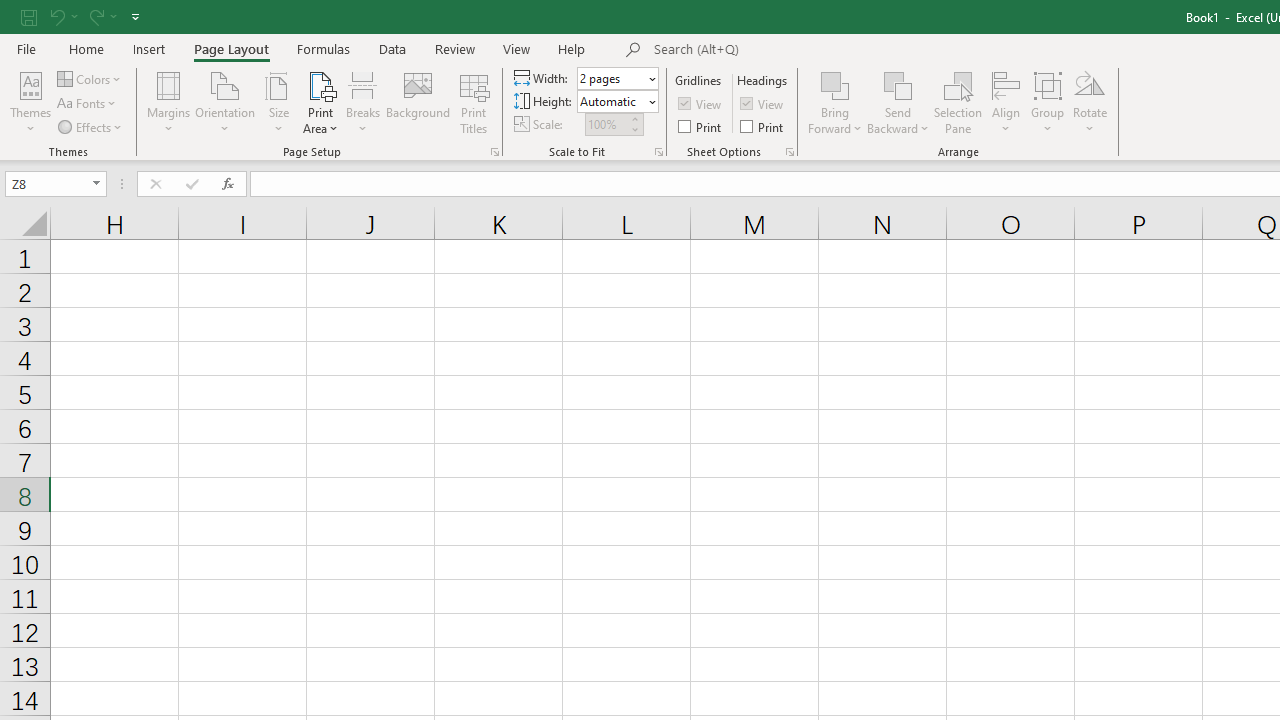 This screenshot has height=720, width=1280. I want to click on 'Send Backward', so click(897, 103).